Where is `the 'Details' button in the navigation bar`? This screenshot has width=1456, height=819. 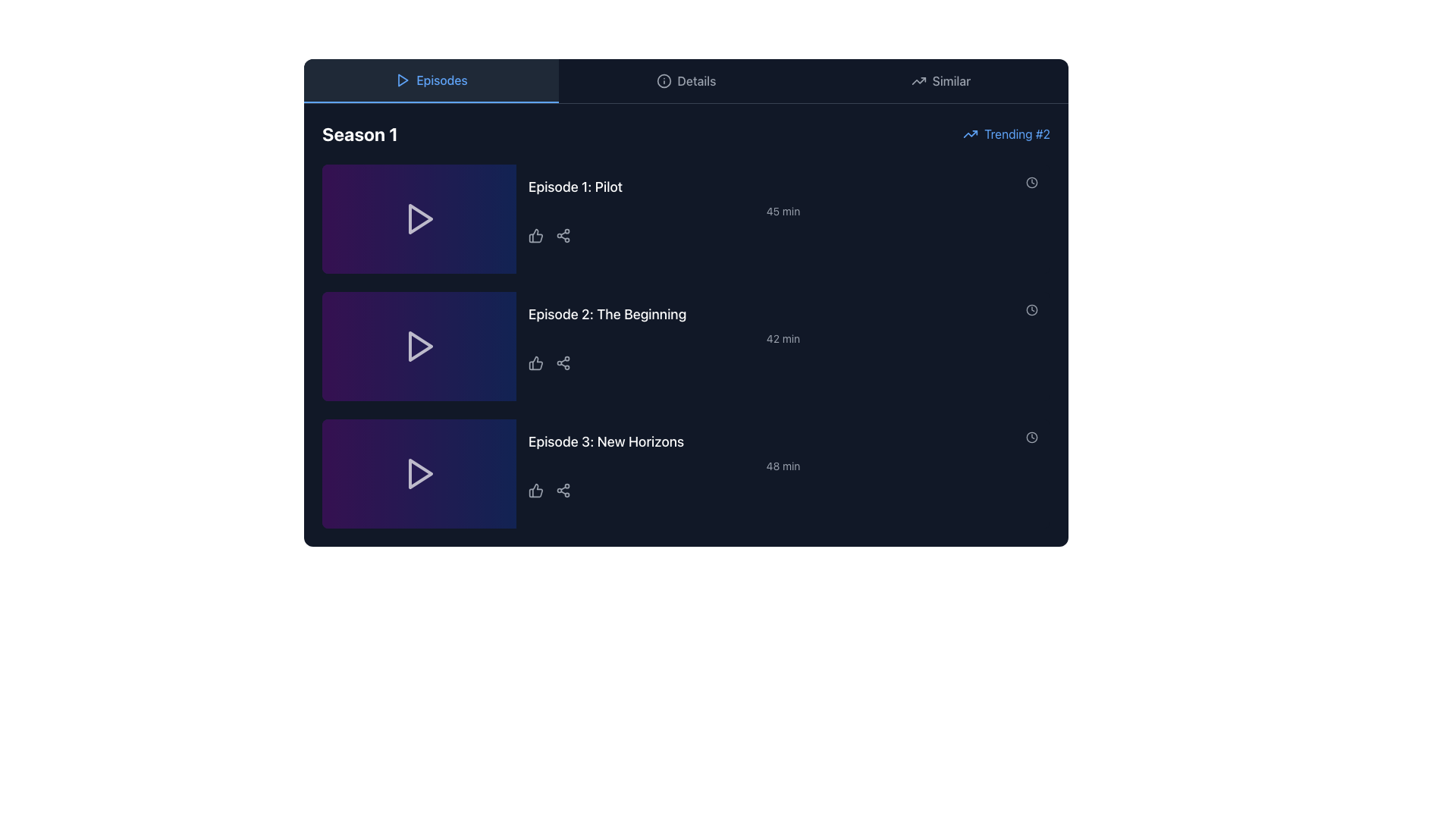
the 'Details' button in the navigation bar is located at coordinates (686, 81).